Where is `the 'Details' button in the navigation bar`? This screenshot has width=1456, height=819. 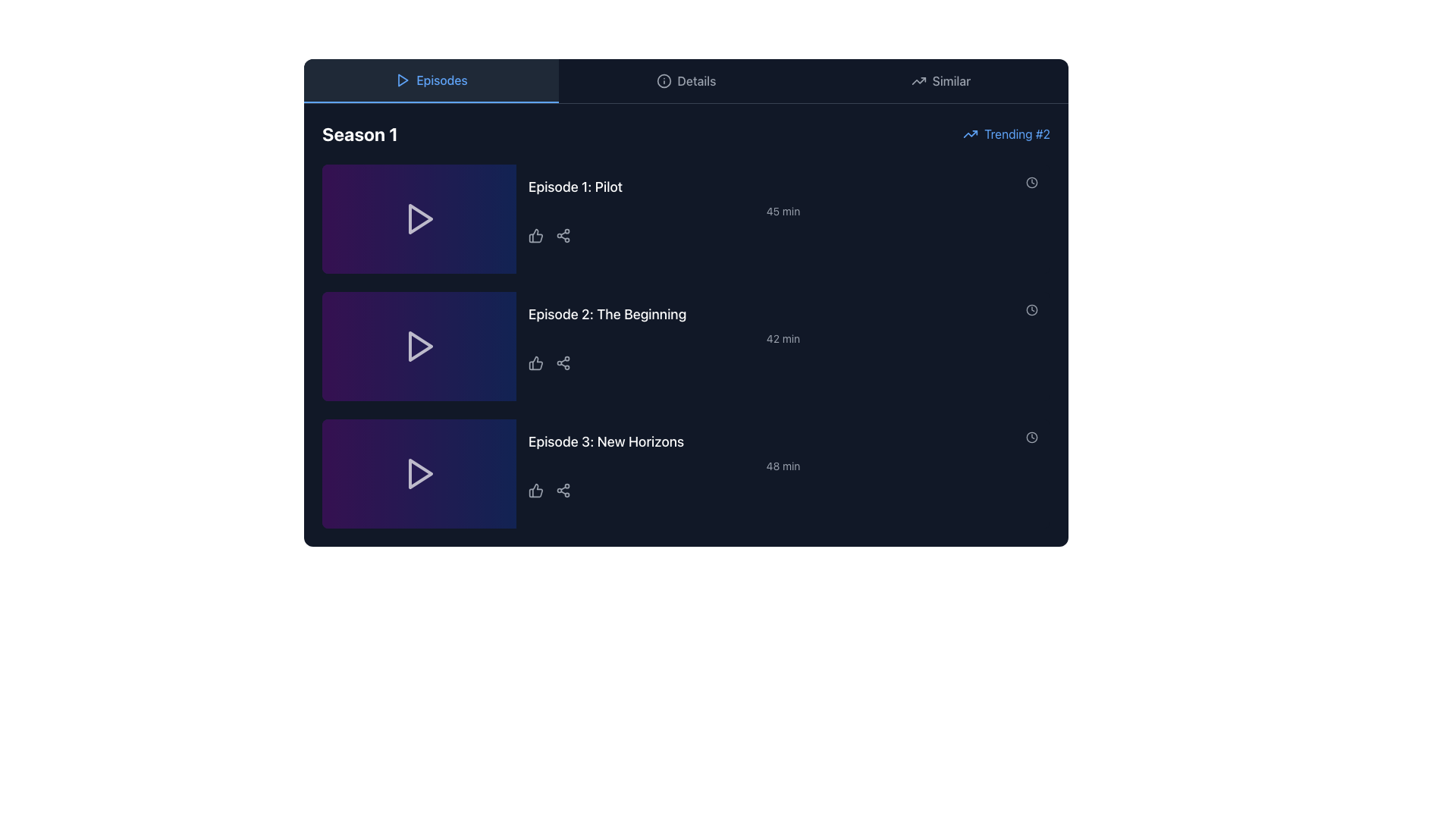
the 'Details' button in the navigation bar is located at coordinates (686, 81).